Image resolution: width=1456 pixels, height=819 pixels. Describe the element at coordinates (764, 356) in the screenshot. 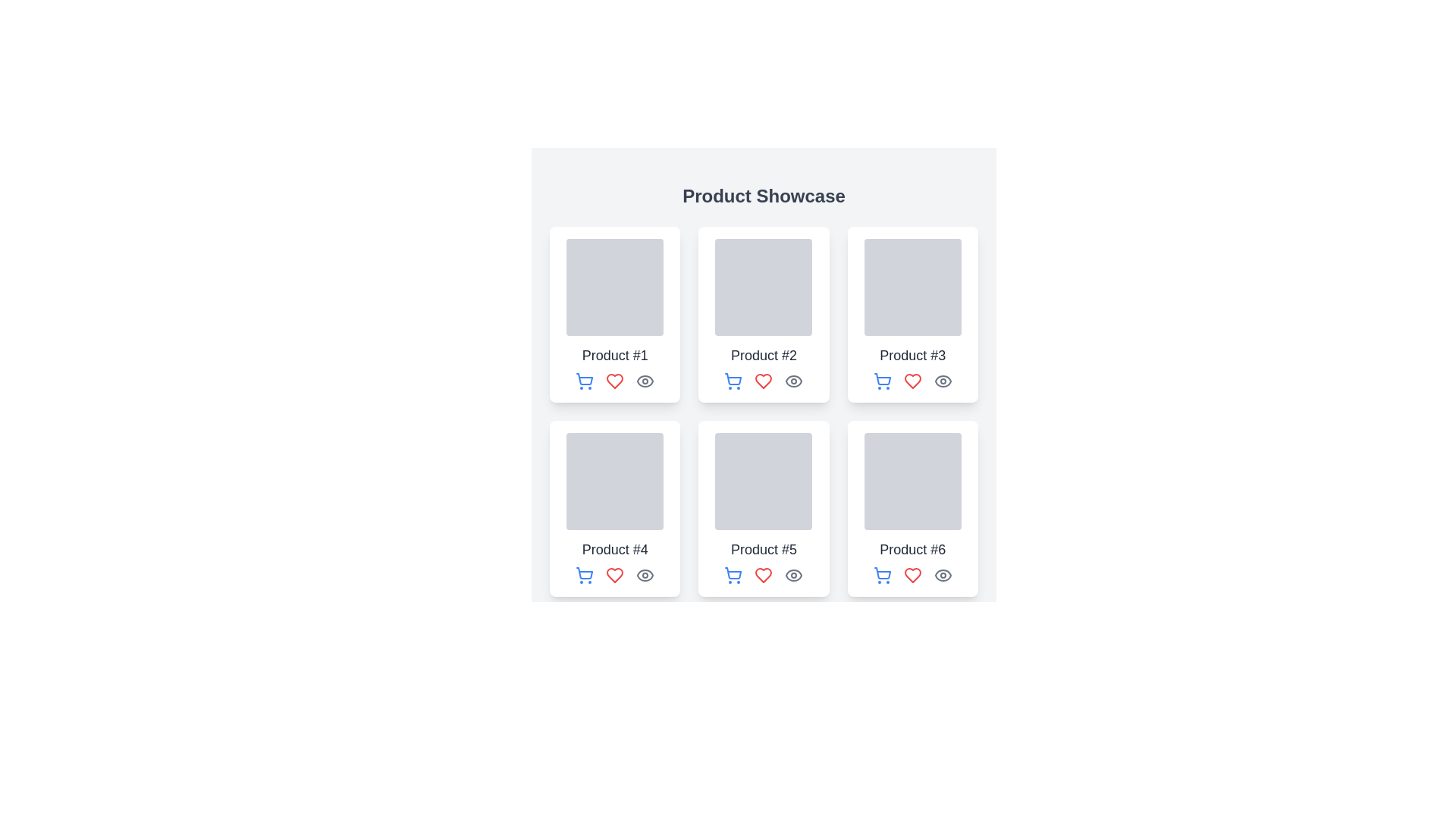

I see `the static label displaying 'Product #2', which is a medium-sized bold dark gray text located below the corresponding product image in the top row of the product grid` at that location.